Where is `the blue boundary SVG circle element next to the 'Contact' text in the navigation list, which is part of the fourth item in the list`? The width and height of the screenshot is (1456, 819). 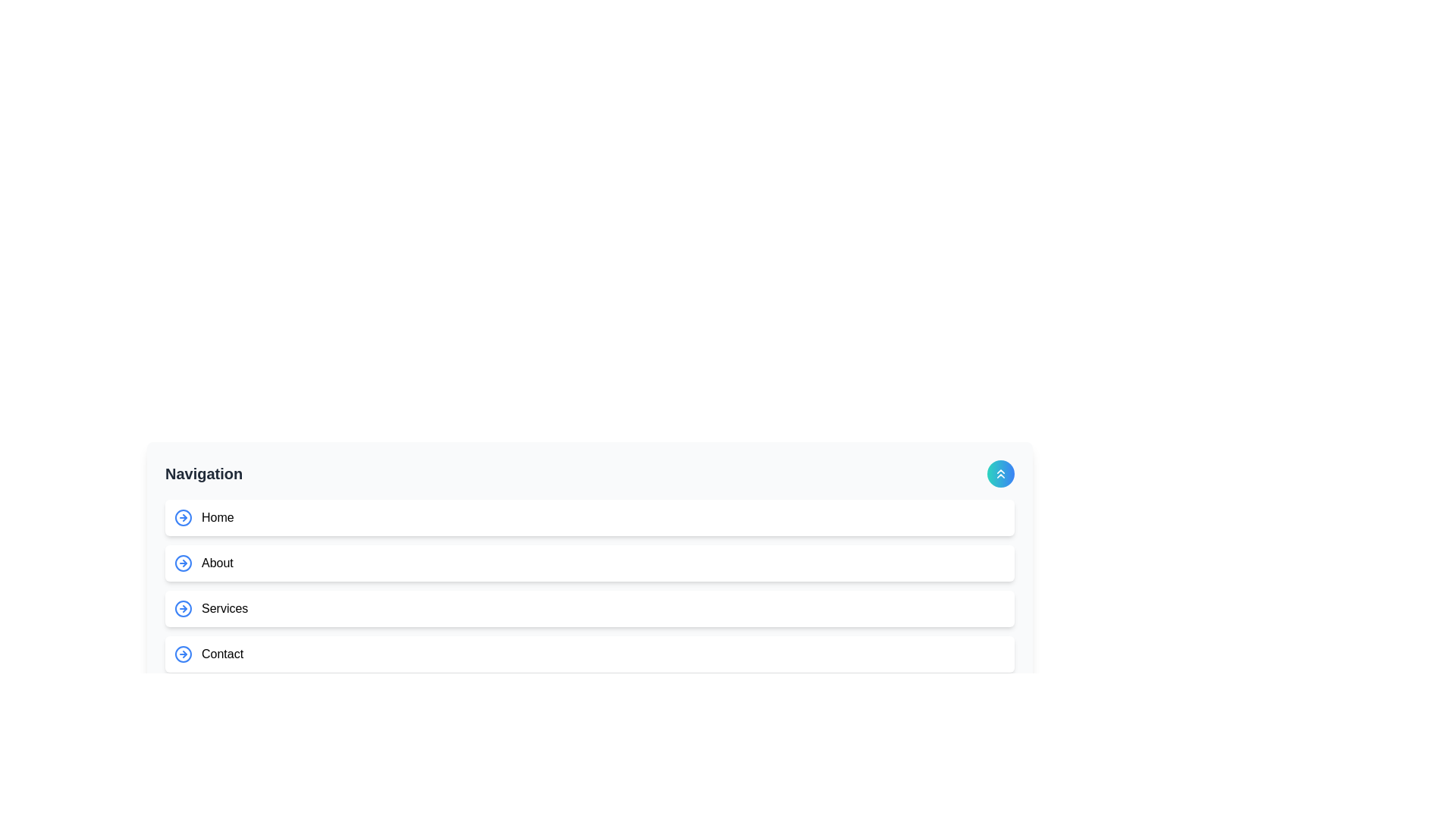
the blue boundary SVG circle element next to the 'Contact' text in the navigation list, which is part of the fourth item in the list is located at coordinates (182, 654).